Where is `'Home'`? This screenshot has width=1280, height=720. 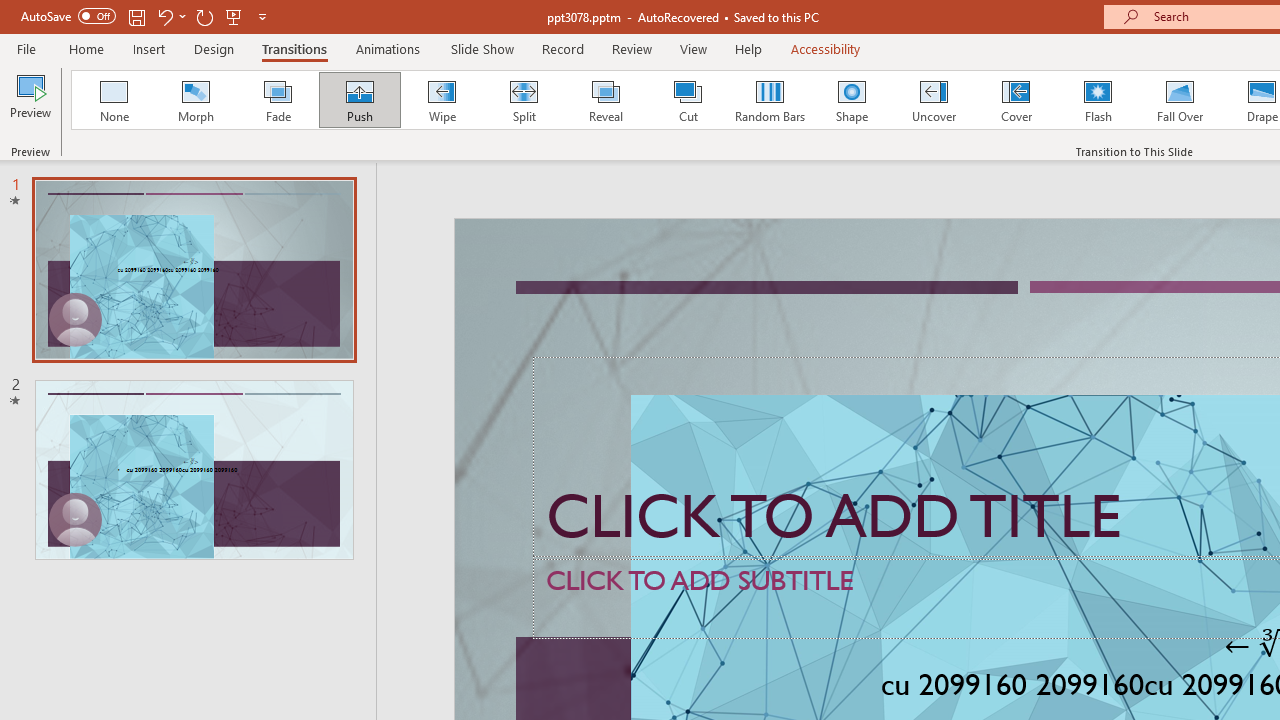
'Home' is located at coordinates (85, 48).